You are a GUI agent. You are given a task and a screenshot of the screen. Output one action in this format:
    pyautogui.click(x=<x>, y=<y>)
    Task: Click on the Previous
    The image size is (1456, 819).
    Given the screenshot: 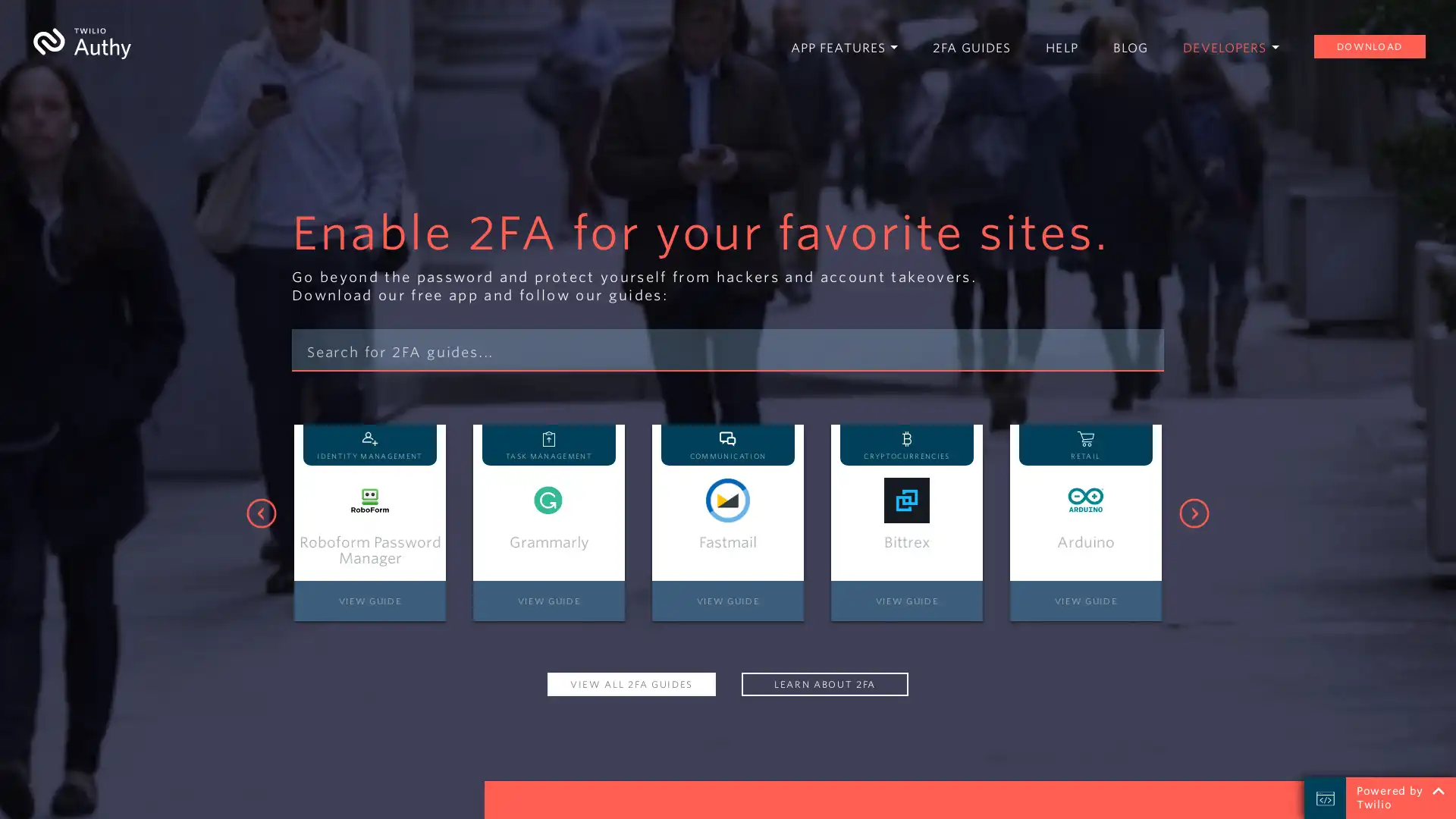 What is the action you would take?
    pyautogui.click(x=262, y=513)
    